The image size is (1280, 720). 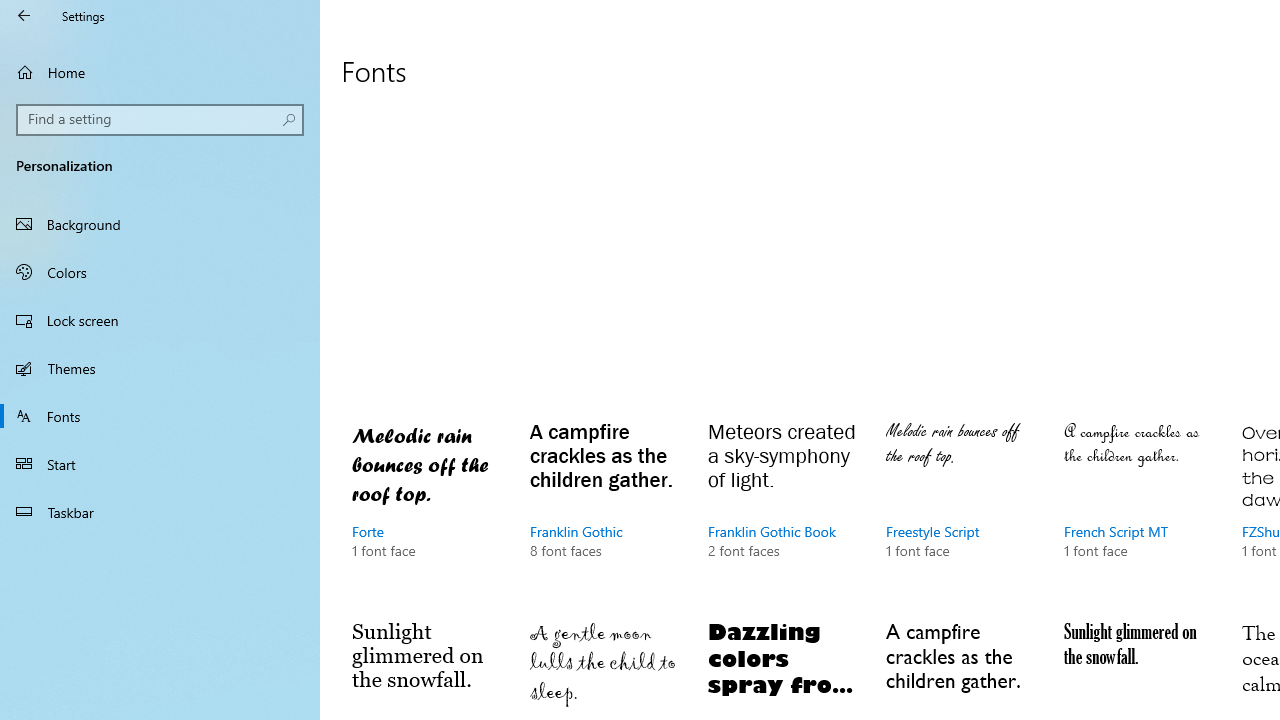 I want to click on 'French Script MT, 1 font face', so click(x=1139, y=508).